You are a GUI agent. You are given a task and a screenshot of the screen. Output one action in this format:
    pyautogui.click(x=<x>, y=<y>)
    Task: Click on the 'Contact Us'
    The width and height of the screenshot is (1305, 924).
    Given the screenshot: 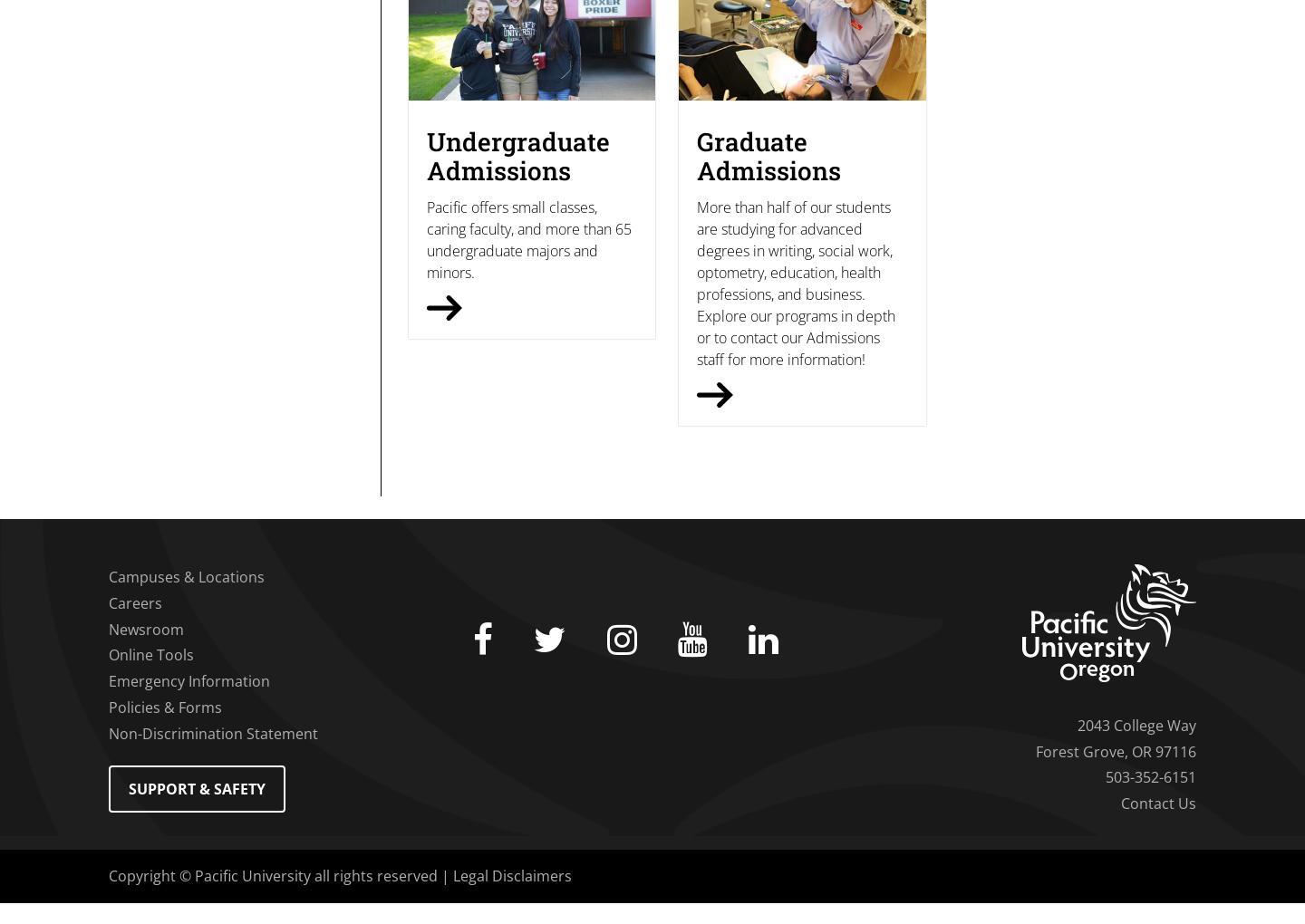 What is the action you would take?
    pyautogui.click(x=1158, y=802)
    